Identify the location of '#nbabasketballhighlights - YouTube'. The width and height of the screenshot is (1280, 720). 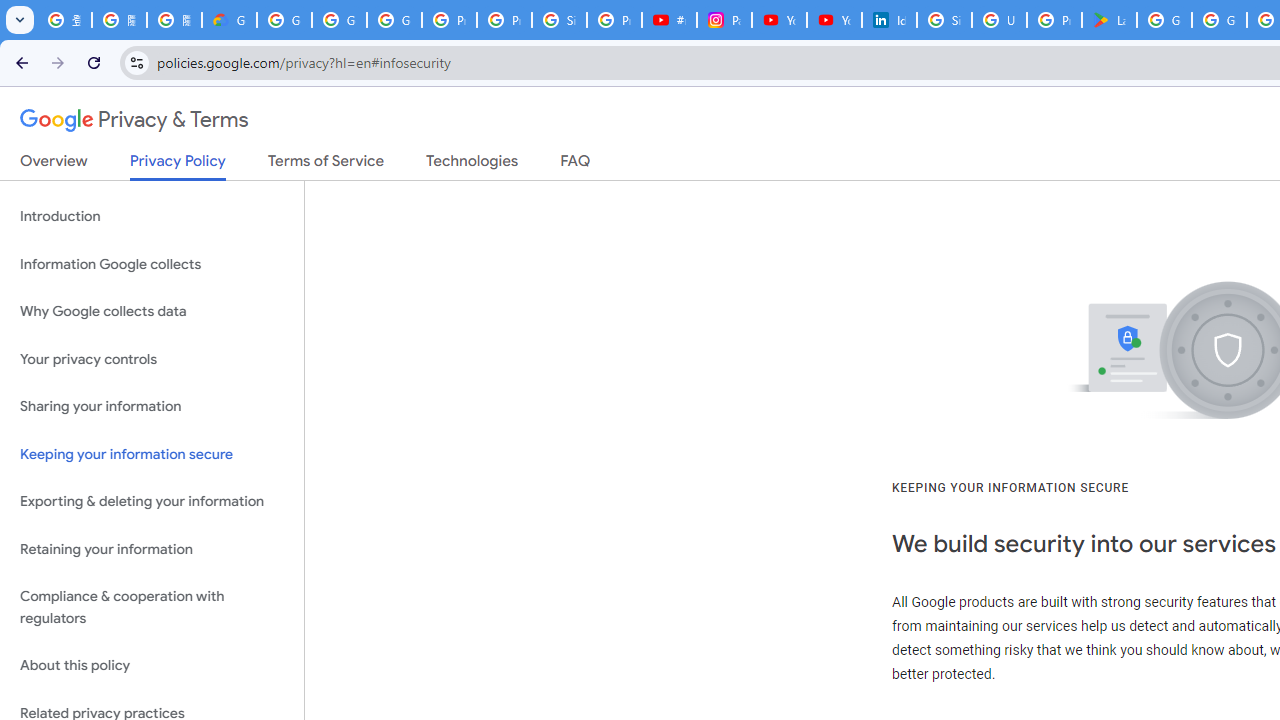
(670, 20).